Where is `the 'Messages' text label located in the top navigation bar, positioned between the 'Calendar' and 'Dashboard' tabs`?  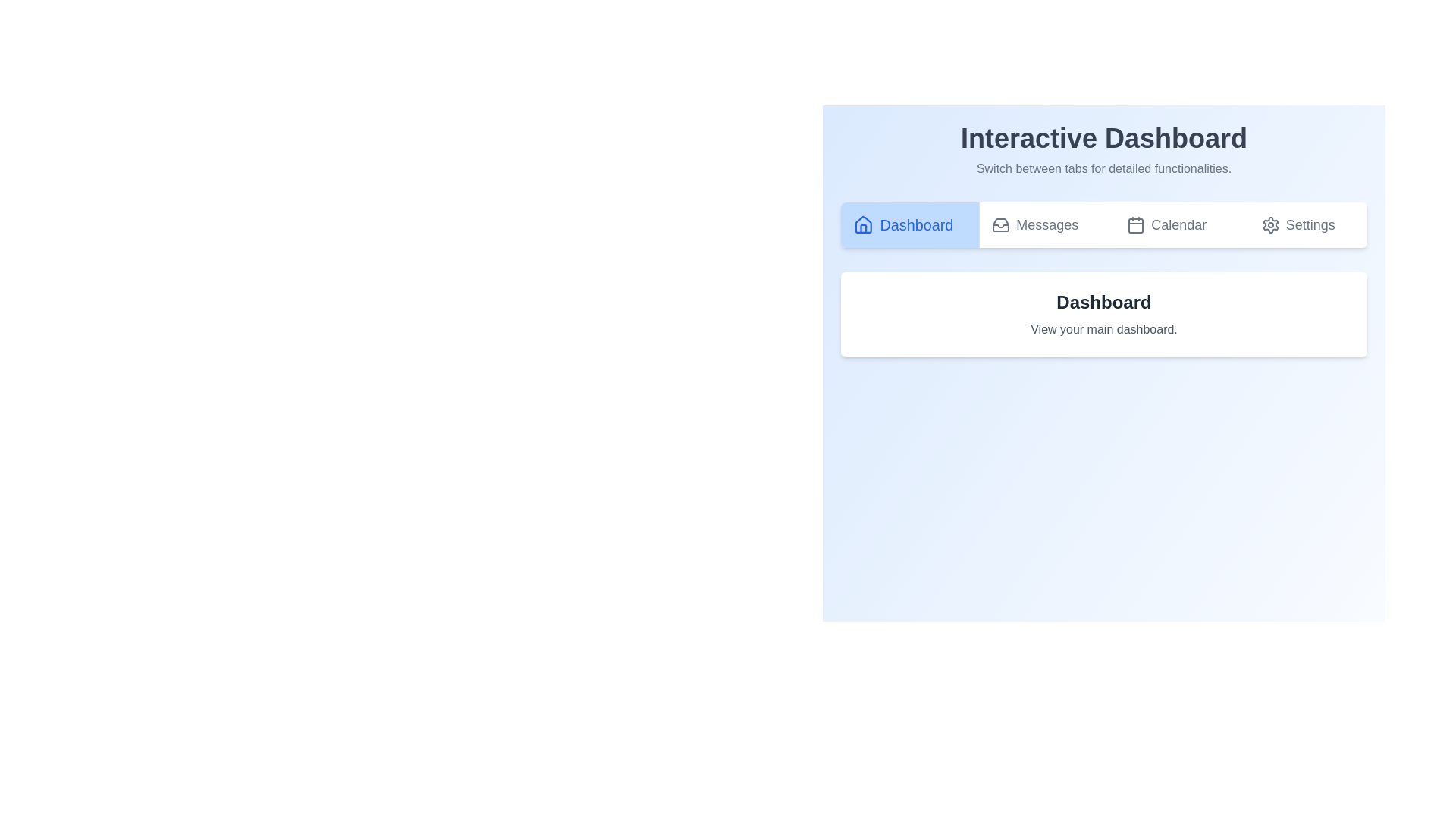
the 'Messages' text label located in the top navigation bar, positioned between the 'Calendar' and 'Dashboard' tabs is located at coordinates (1046, 225).